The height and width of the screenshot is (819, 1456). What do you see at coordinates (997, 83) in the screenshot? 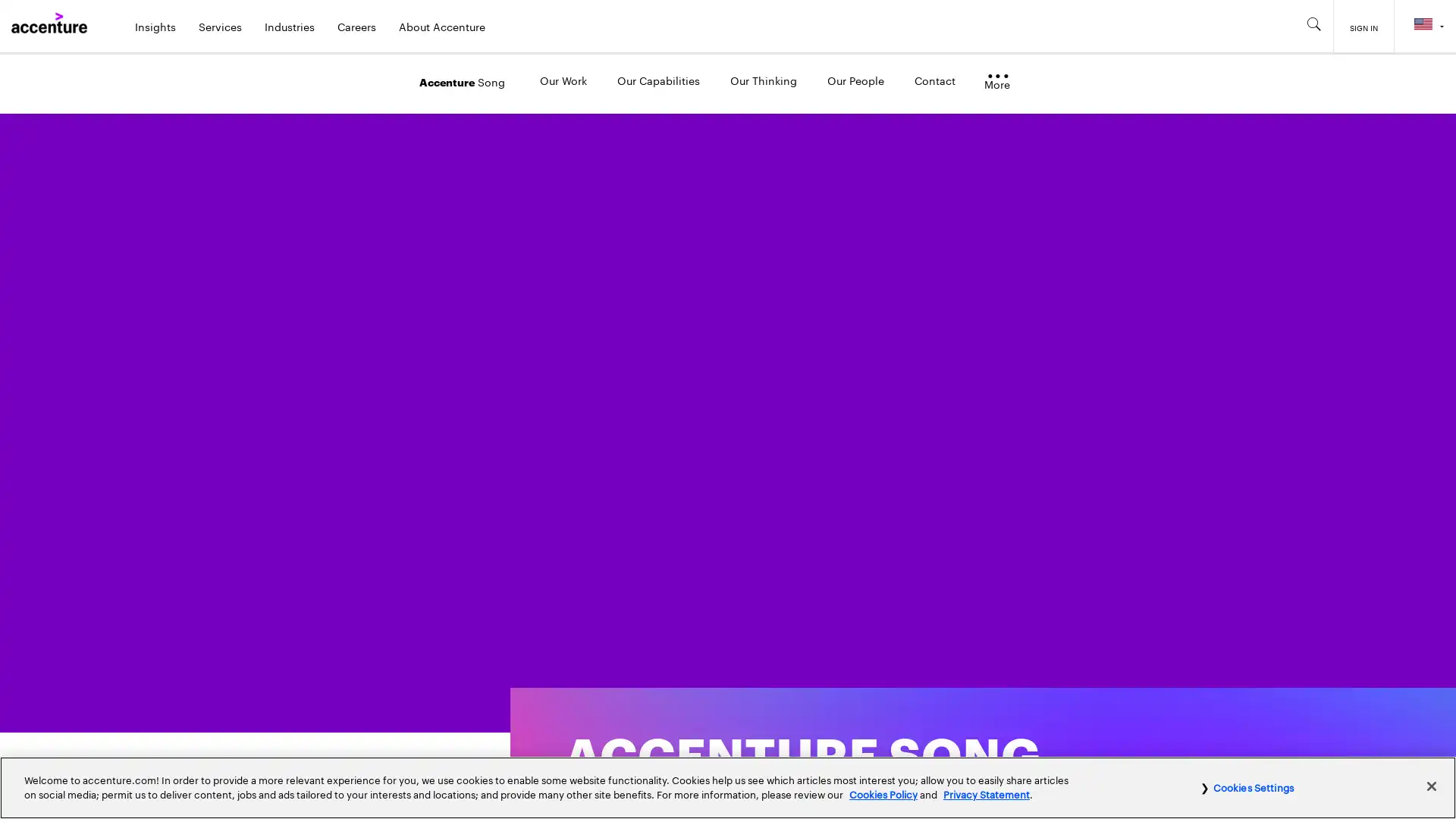
I see `close menu` at bounding box center [997, 83].